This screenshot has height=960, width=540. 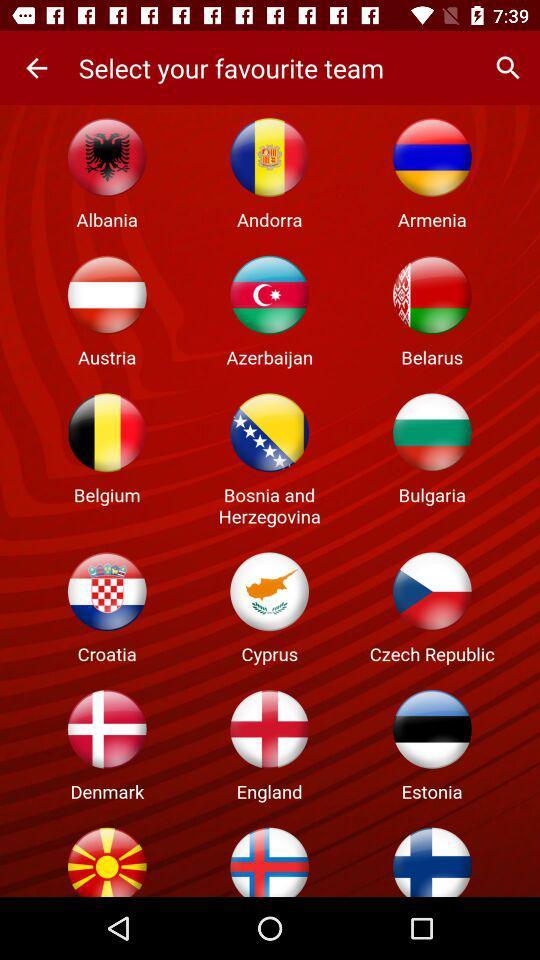 I want to click on app to the left of select your favourite item, so click(x=36, y=68).